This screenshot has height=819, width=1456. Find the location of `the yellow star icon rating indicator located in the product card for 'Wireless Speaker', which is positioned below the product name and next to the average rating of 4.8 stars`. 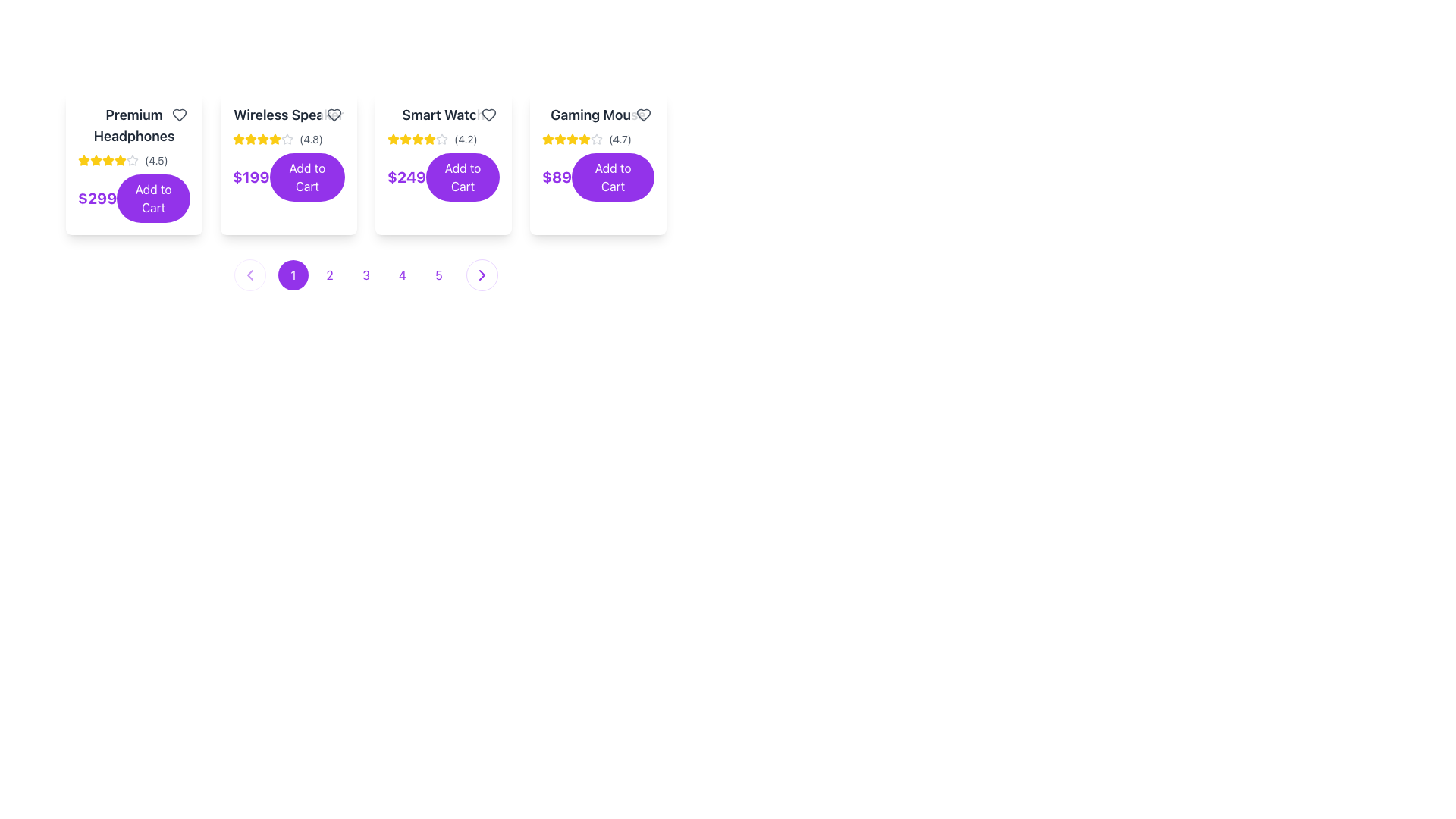

the yellow star icon rating indicator located in the product card for 'Wireless Speaker', which is positioned below the product name and next to the average rating of 4.8 stars is located at coordinates (275, 139).